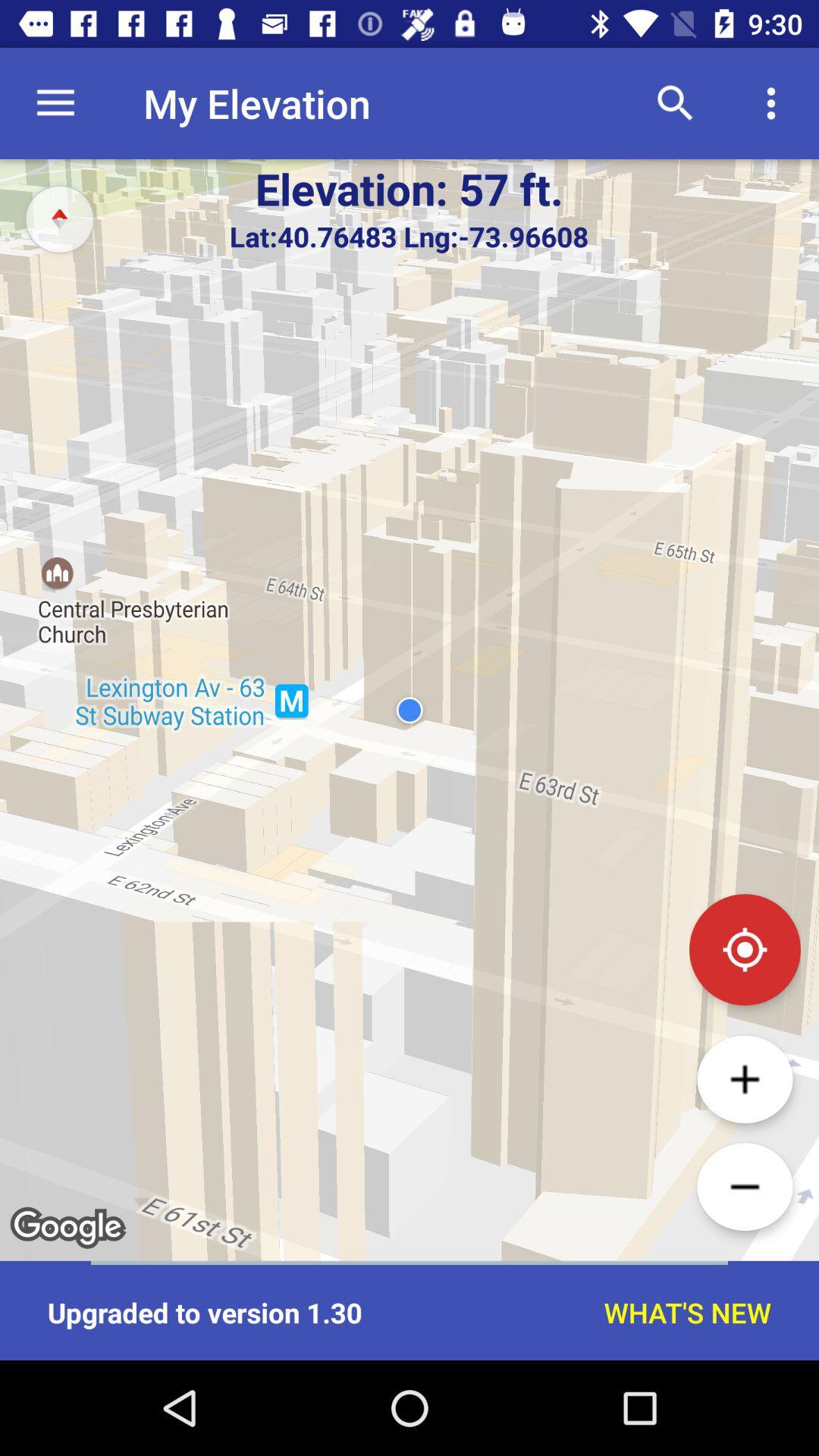 This screenshot has width=819, height=1456. Describe the element at coordinates (744, 1186) in the screenshot. I see `zoom out option` at that location.